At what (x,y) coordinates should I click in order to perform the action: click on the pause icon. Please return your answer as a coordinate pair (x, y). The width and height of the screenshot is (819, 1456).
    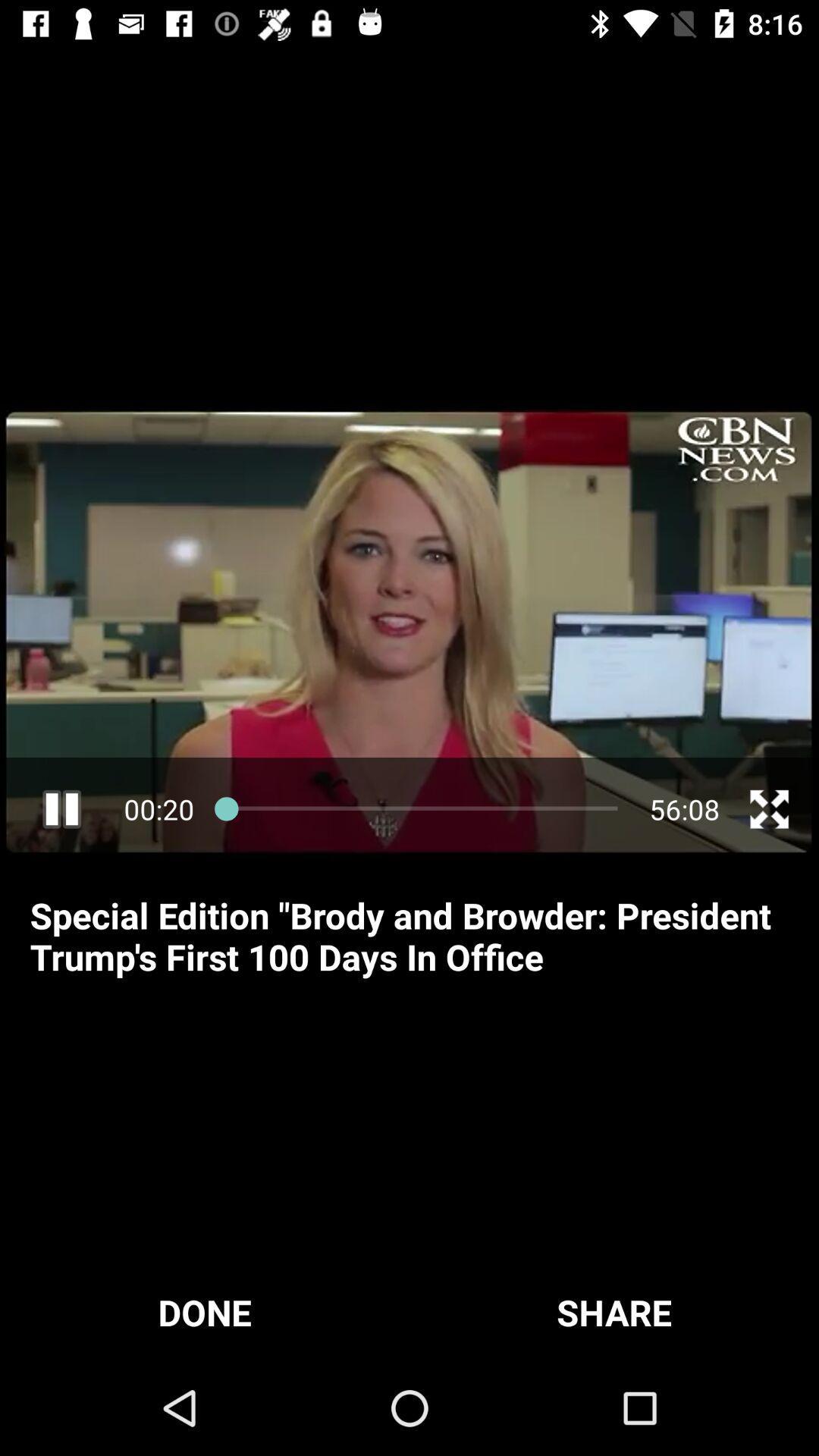
    Looking at the image, I should click on (61, 808).